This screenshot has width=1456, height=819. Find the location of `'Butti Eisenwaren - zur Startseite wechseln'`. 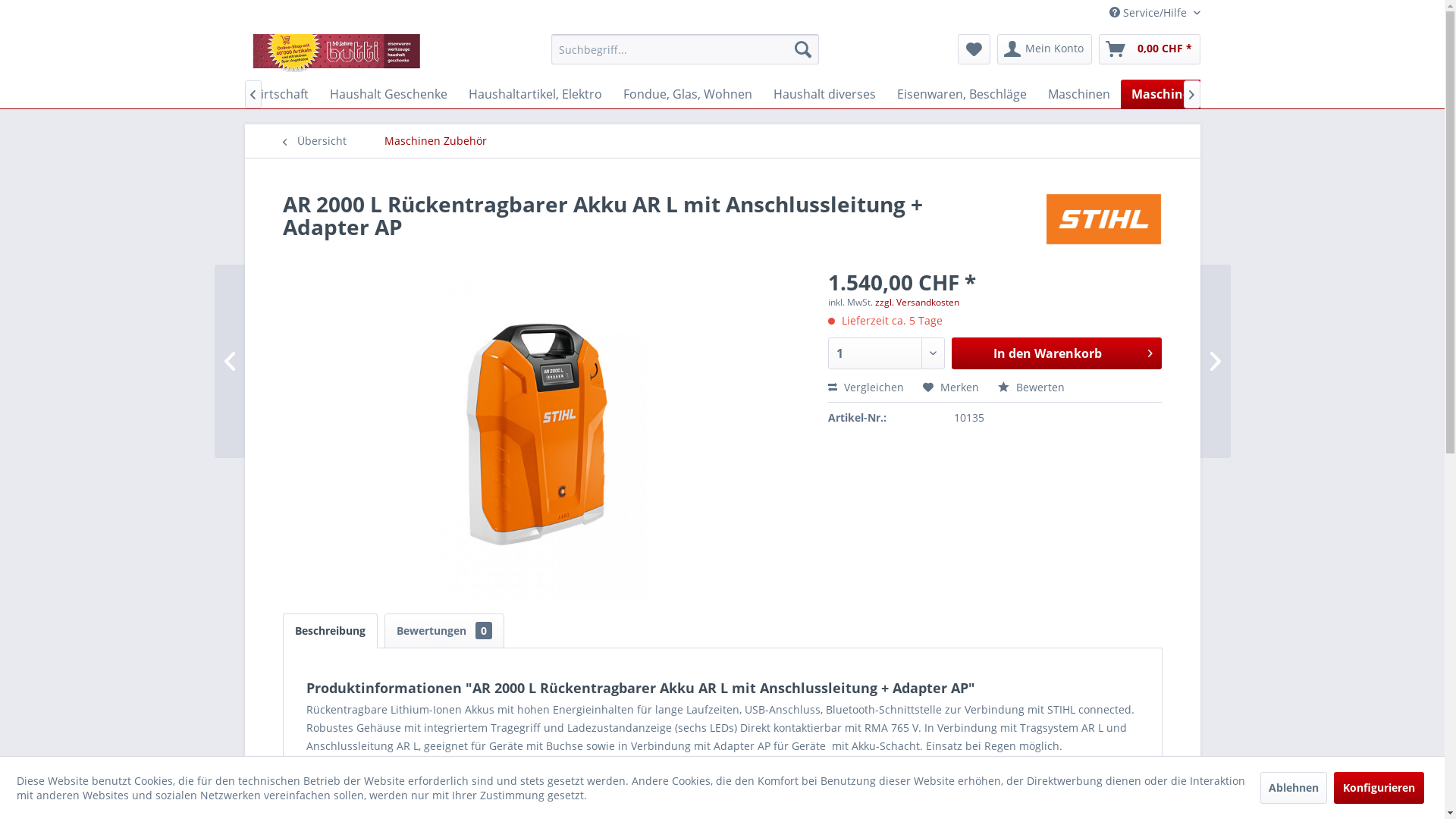

'Butti Eisenwaren - zur Startseite wechseln' is located at coordinates (337, 52).